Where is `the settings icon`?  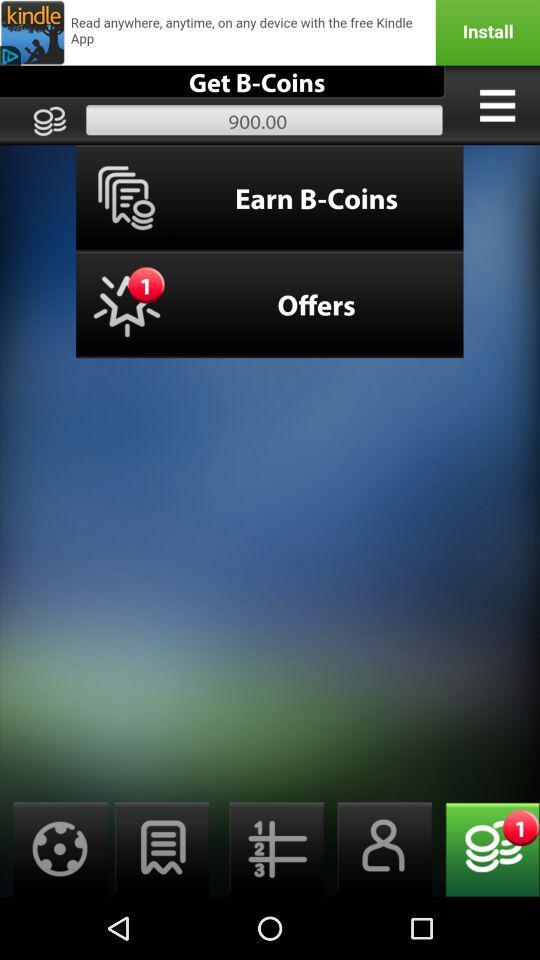 the settings icon is located at coordinates (54, 909).